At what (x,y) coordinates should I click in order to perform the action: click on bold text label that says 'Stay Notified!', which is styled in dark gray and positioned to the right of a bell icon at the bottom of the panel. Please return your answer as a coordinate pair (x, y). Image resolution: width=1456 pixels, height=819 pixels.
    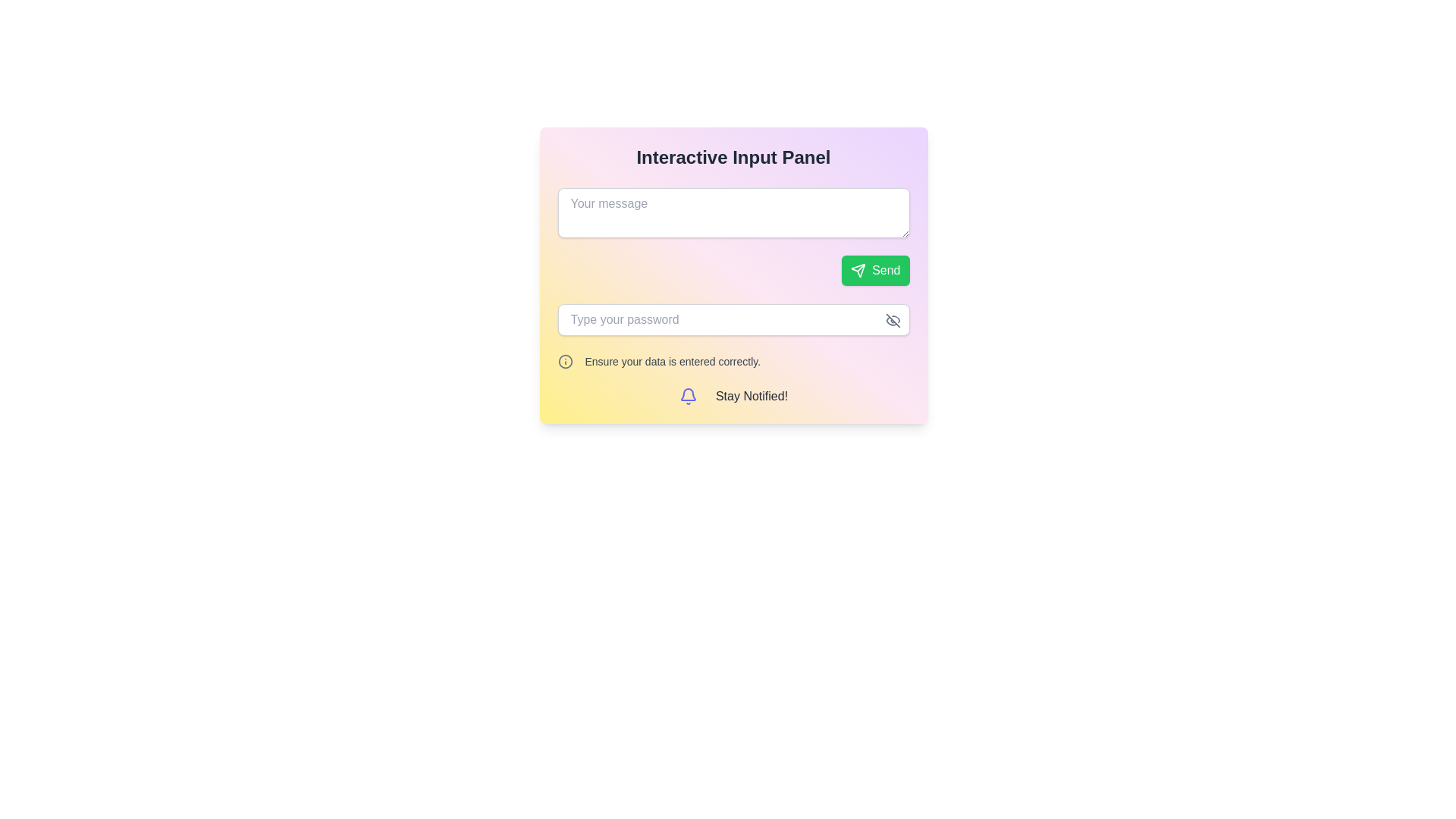
    Looking at the image, I should click on (752, 396).